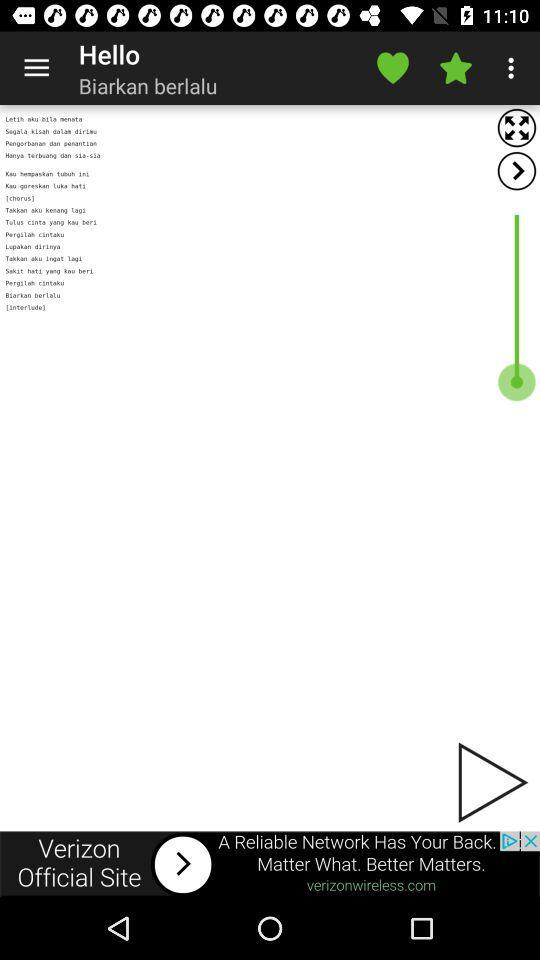  I want to click on the fullscreen icon, so click(516, 127).